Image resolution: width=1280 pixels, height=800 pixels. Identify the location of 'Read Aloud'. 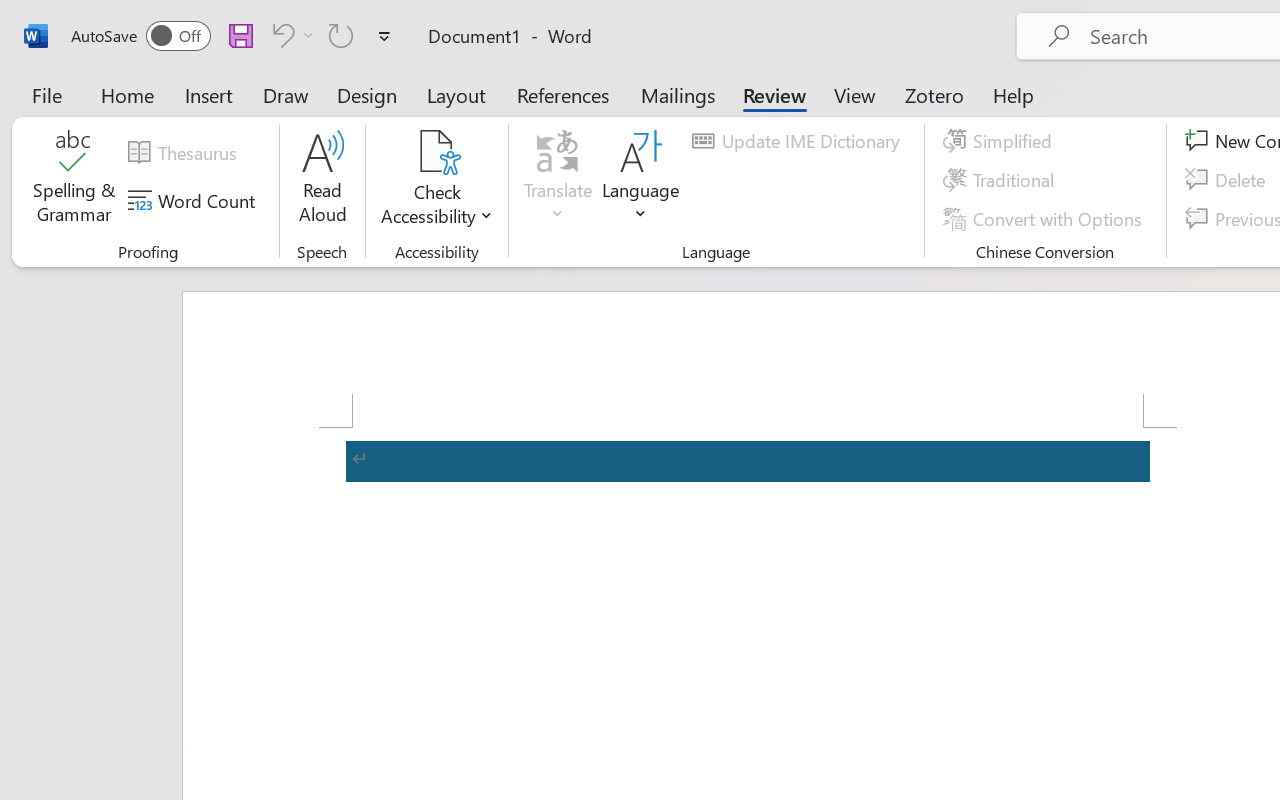
(323, 179).